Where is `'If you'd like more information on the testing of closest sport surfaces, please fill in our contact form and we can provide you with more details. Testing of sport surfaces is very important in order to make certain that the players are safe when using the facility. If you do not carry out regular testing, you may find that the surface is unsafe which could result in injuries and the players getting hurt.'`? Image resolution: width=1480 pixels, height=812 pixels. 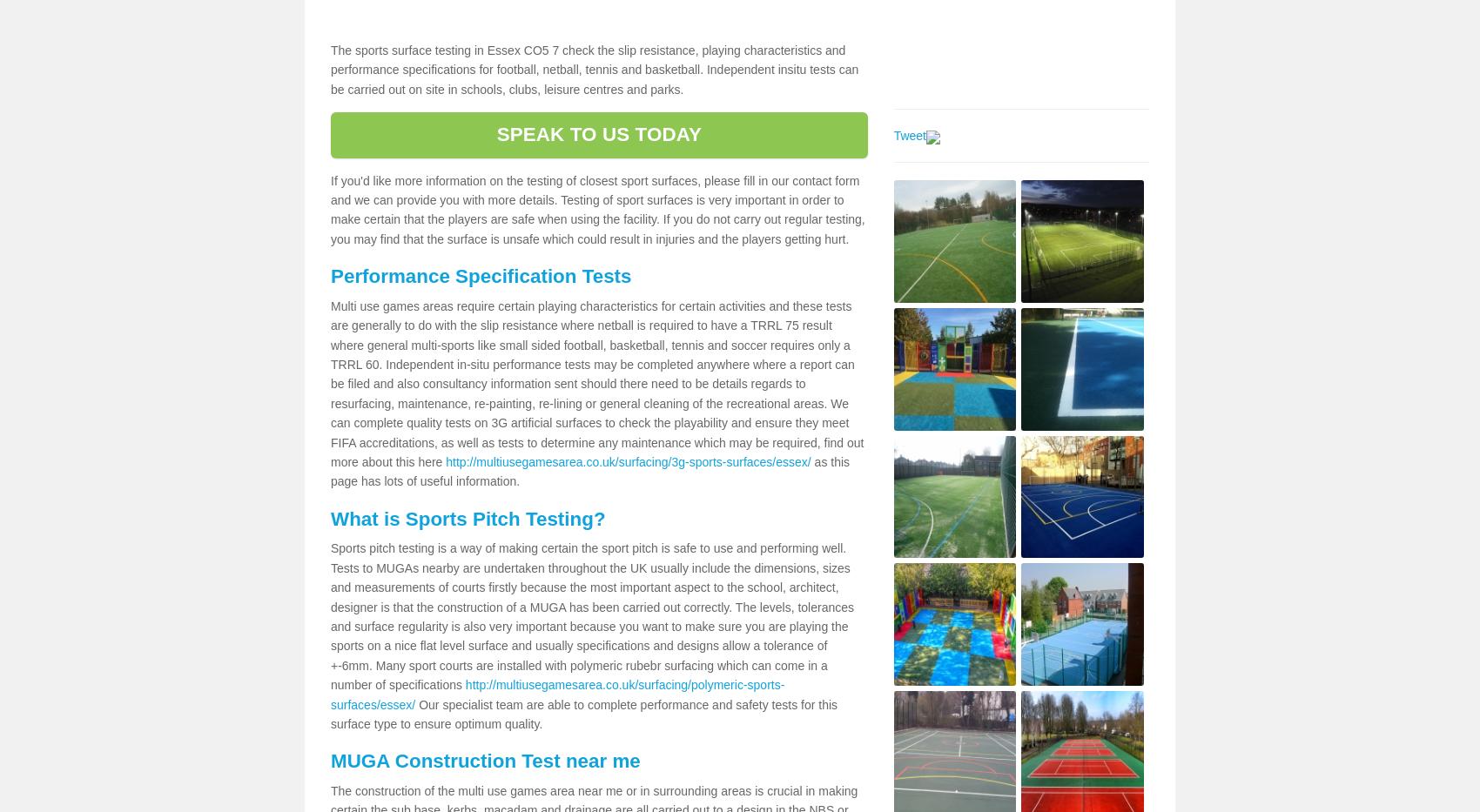 'If you'd like more information on the testing of closest sport surfaces, please fill in our contact form and we can provide you with more details. Testing of sport surfaces is very important in order to make certain that the players are safe when using the facility. If you do not carry out regular testing, you may find that the surface is unsafe which could result in injuries and the players getting hurt.' is located at coordinates (597, 208).